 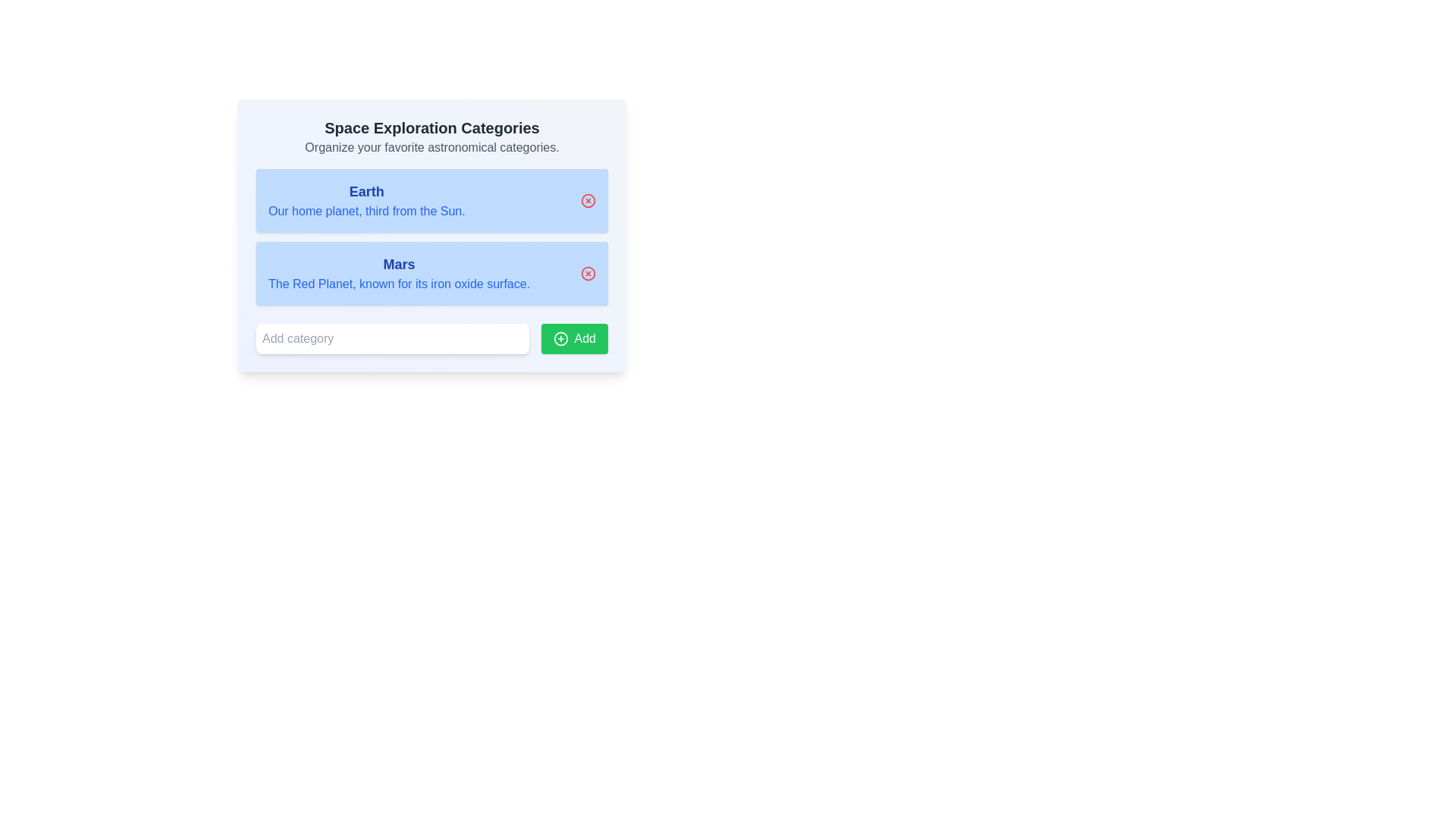 I want to click on the text block reading 'Our home planet, third from the Sun.' which is styled in blue font and located below the bolded title 'Earth' in a blue-boxed section, so click(x=366, y=211).